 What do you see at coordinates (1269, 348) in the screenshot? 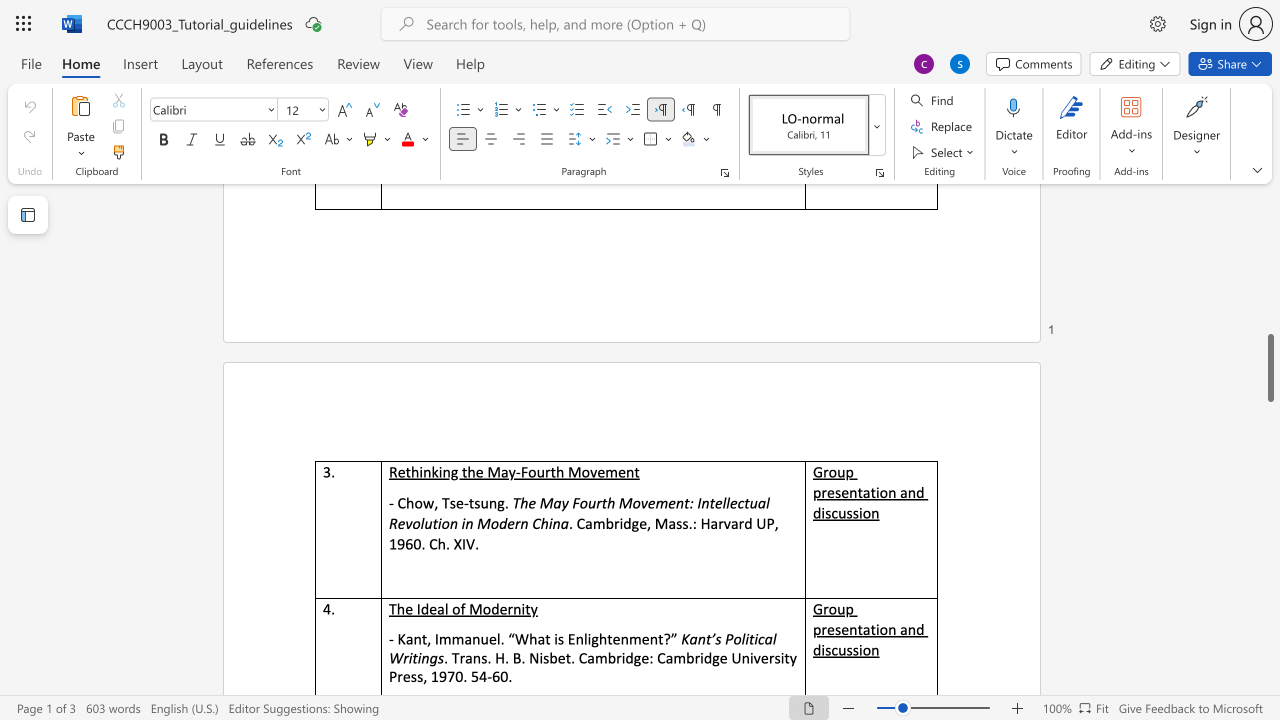
I see `the scrollbar to scroll upward` at bounding box center [1269, 348].